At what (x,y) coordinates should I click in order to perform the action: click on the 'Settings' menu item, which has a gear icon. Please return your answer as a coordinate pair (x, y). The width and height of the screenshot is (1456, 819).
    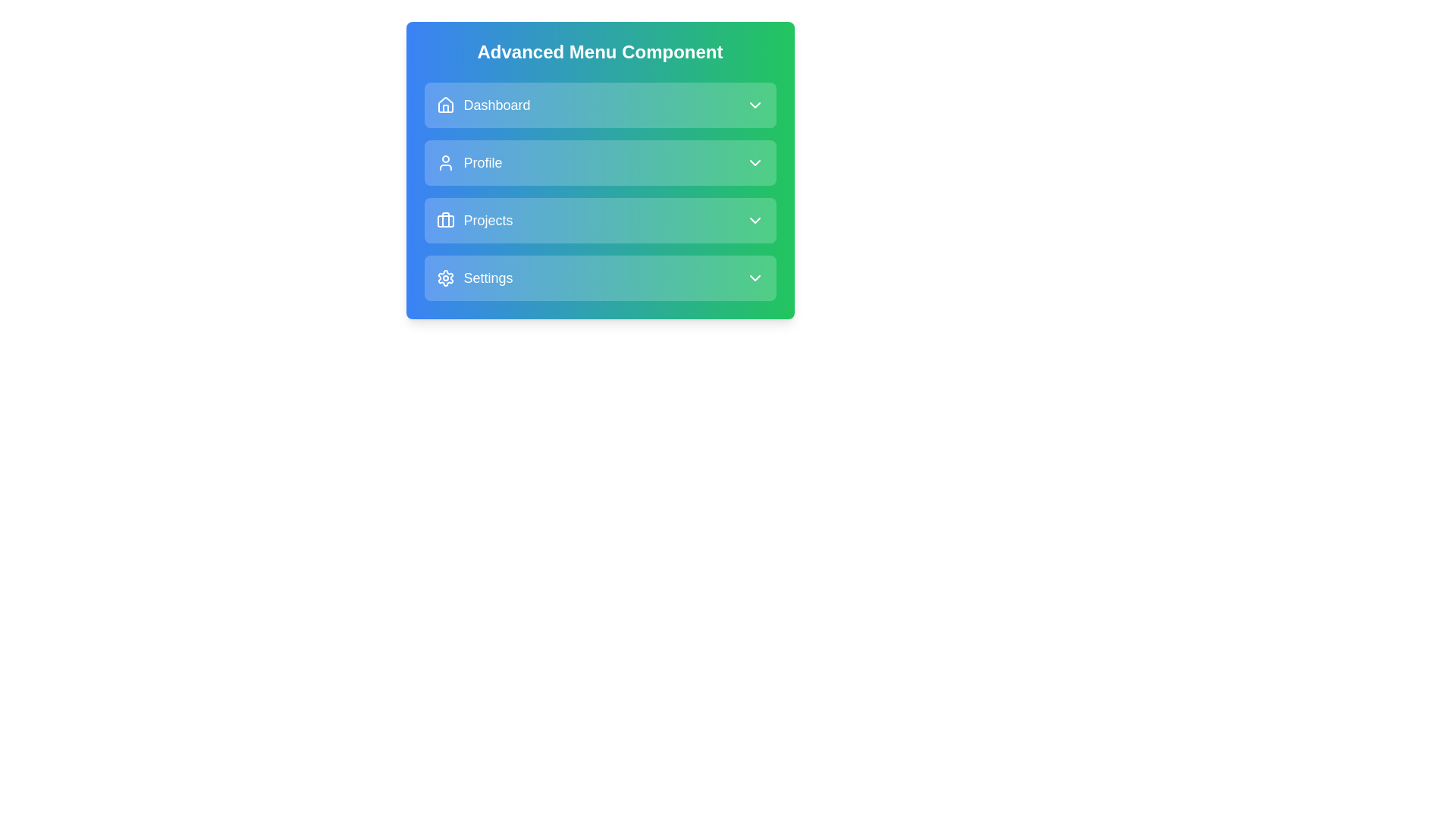
    Looking at the image, I should click on (473, 278).